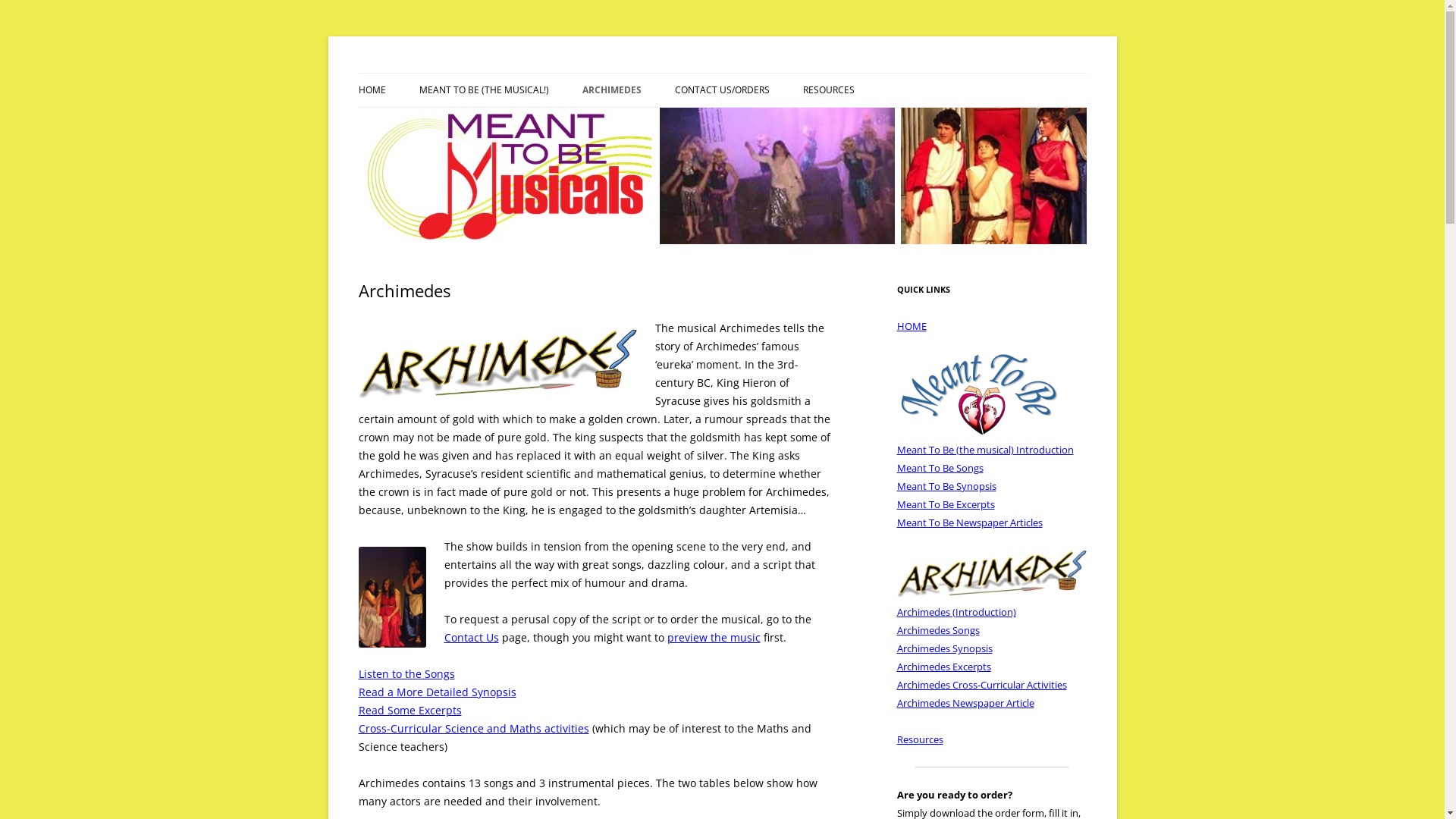 The height and width of the screenshot is (819, 1456). What do you see at coordinates (713, 637) in the screenshot?
I see `'preview the music'` at bounding box center [713, 637].